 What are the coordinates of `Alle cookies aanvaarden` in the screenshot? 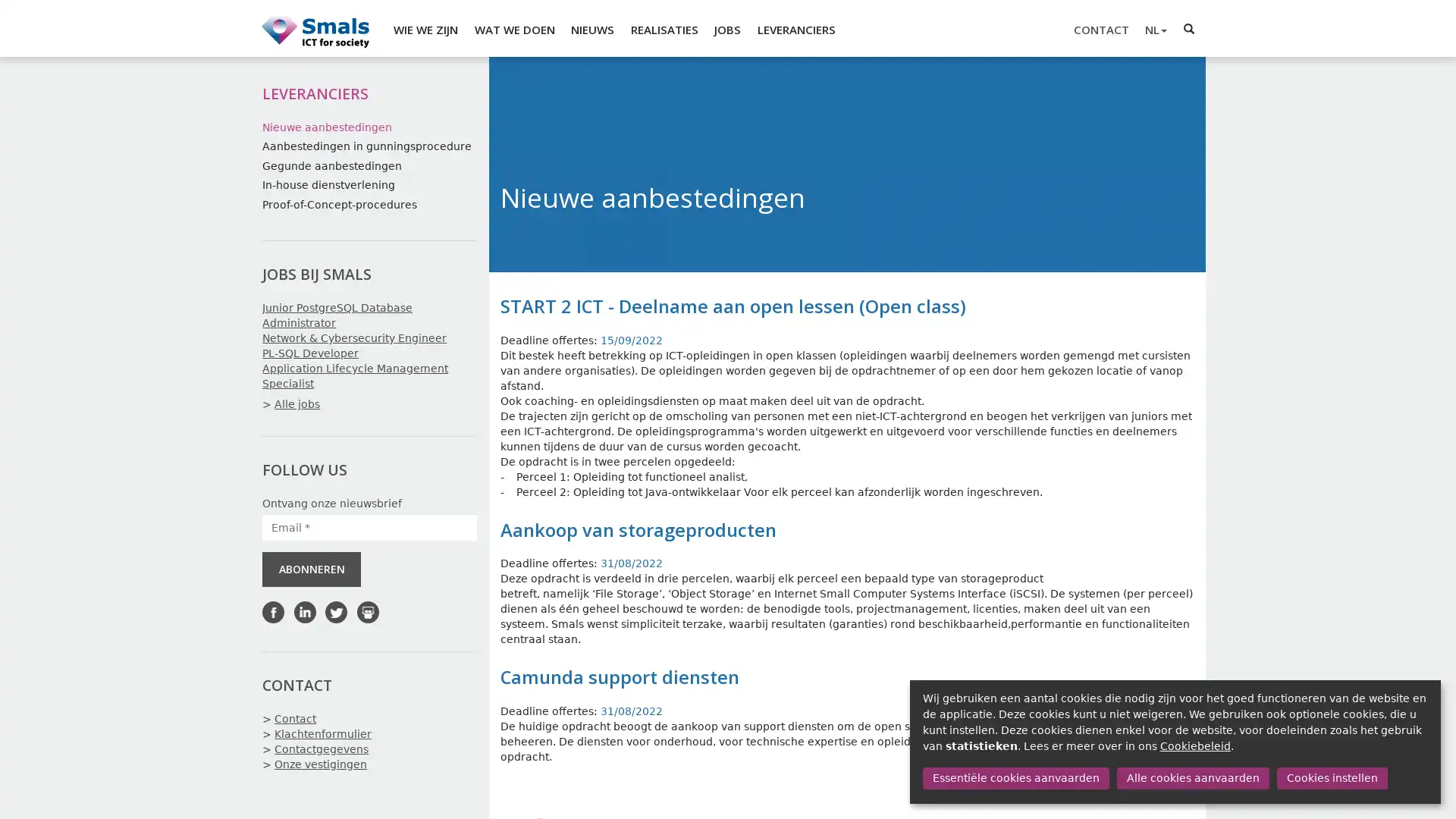 It's located at (1191, 778).